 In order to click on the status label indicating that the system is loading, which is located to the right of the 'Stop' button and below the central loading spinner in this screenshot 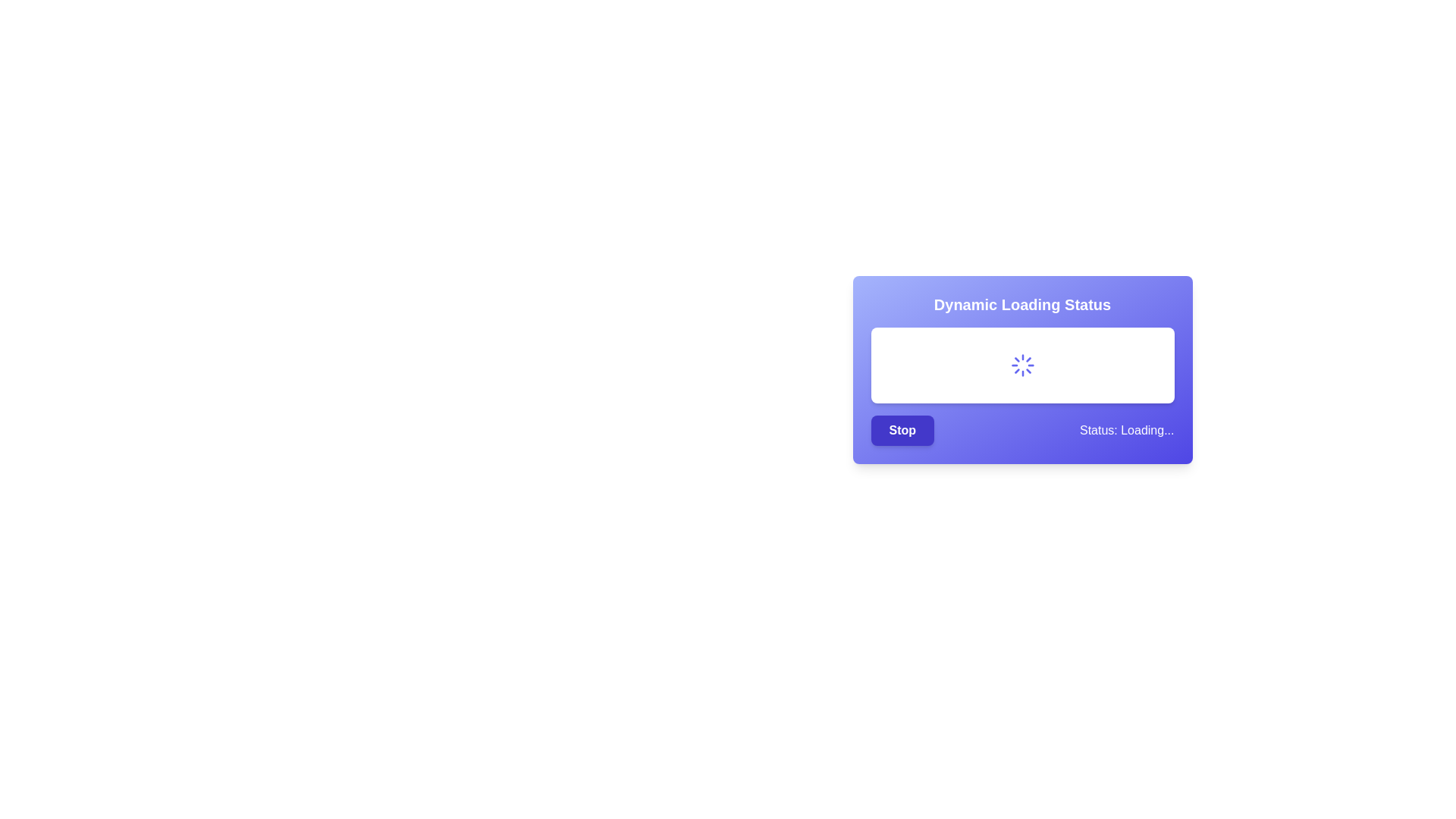, I will do `click(1127, 430)`.